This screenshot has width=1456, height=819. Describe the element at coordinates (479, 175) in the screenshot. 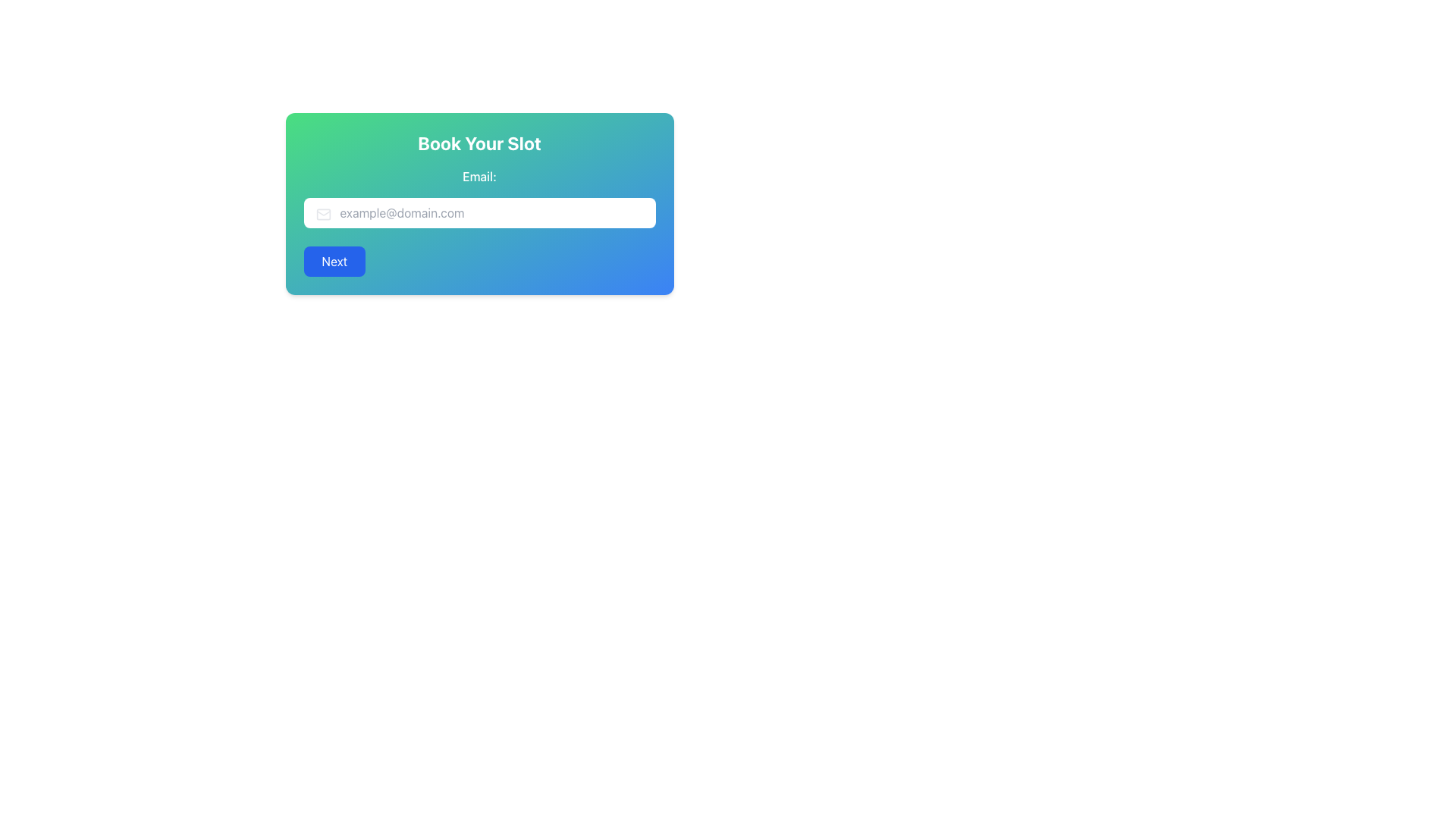

I see `the Label element displaying 'Email:' which is styled in white color and positioned above the email input field` at that location.